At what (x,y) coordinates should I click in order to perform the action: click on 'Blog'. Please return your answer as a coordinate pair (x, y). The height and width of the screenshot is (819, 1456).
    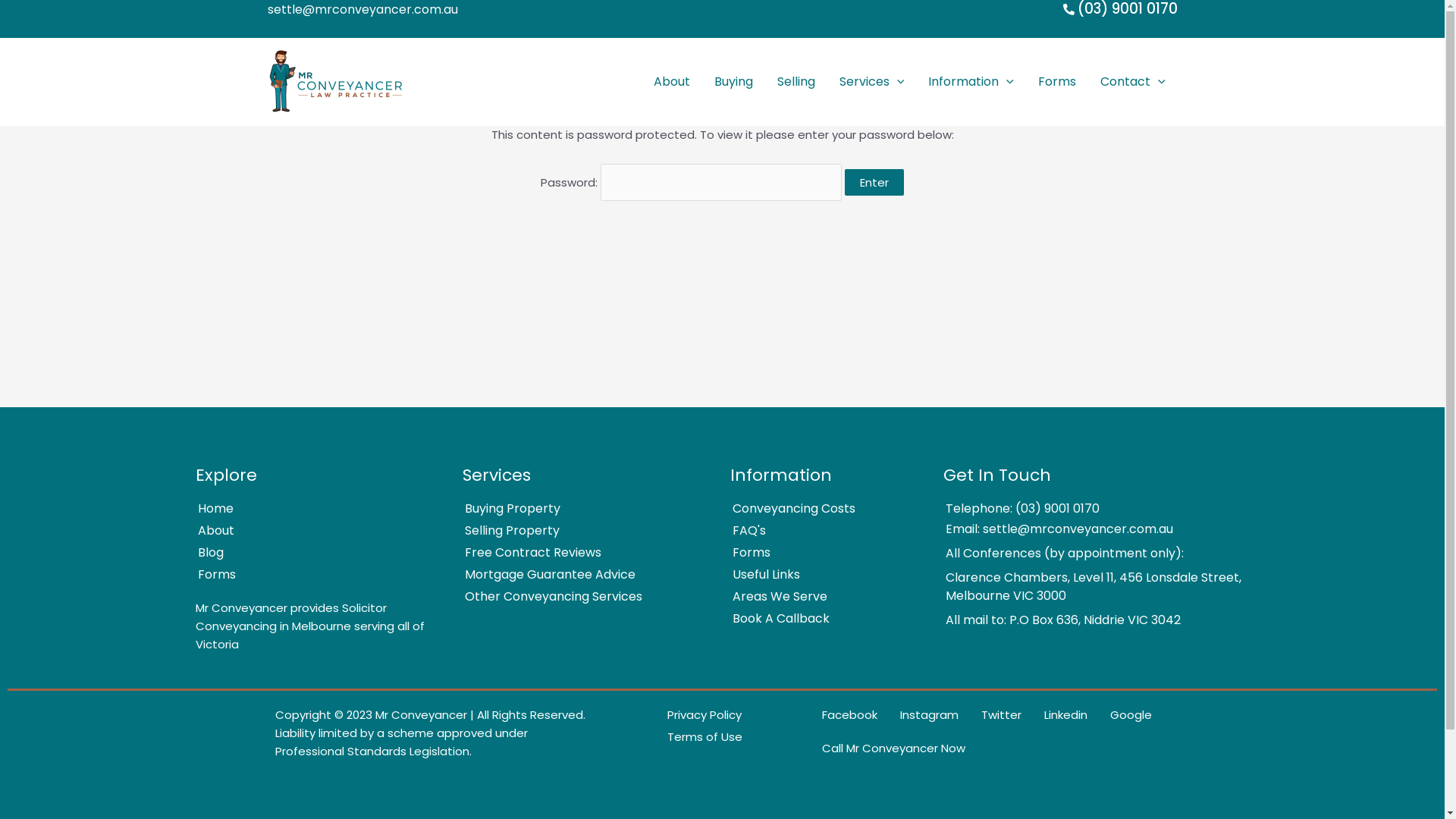
    Looking at the image, I should click on (312, 553).